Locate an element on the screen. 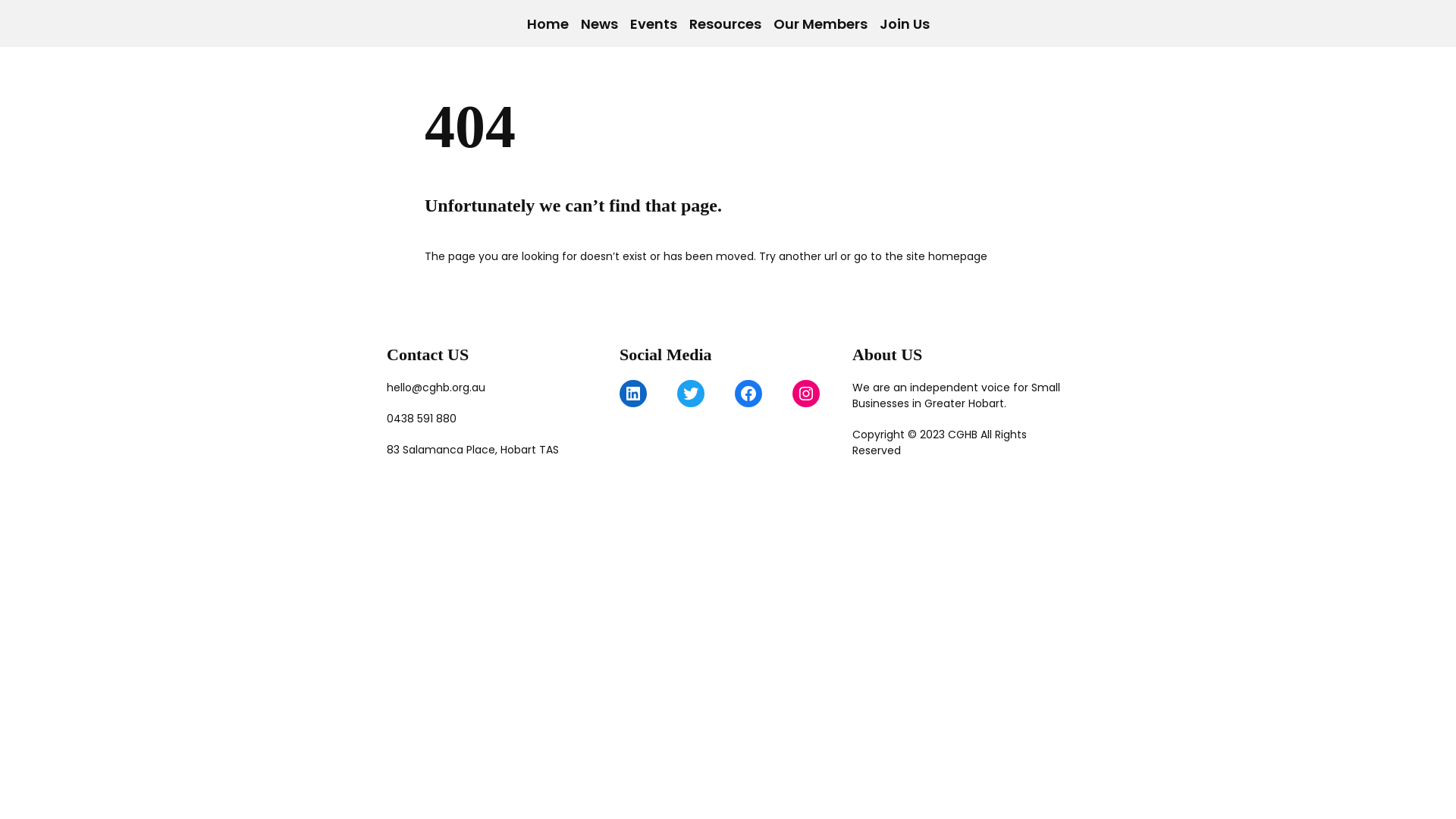  'LinkedIn' is located at coordinates (633, 393).